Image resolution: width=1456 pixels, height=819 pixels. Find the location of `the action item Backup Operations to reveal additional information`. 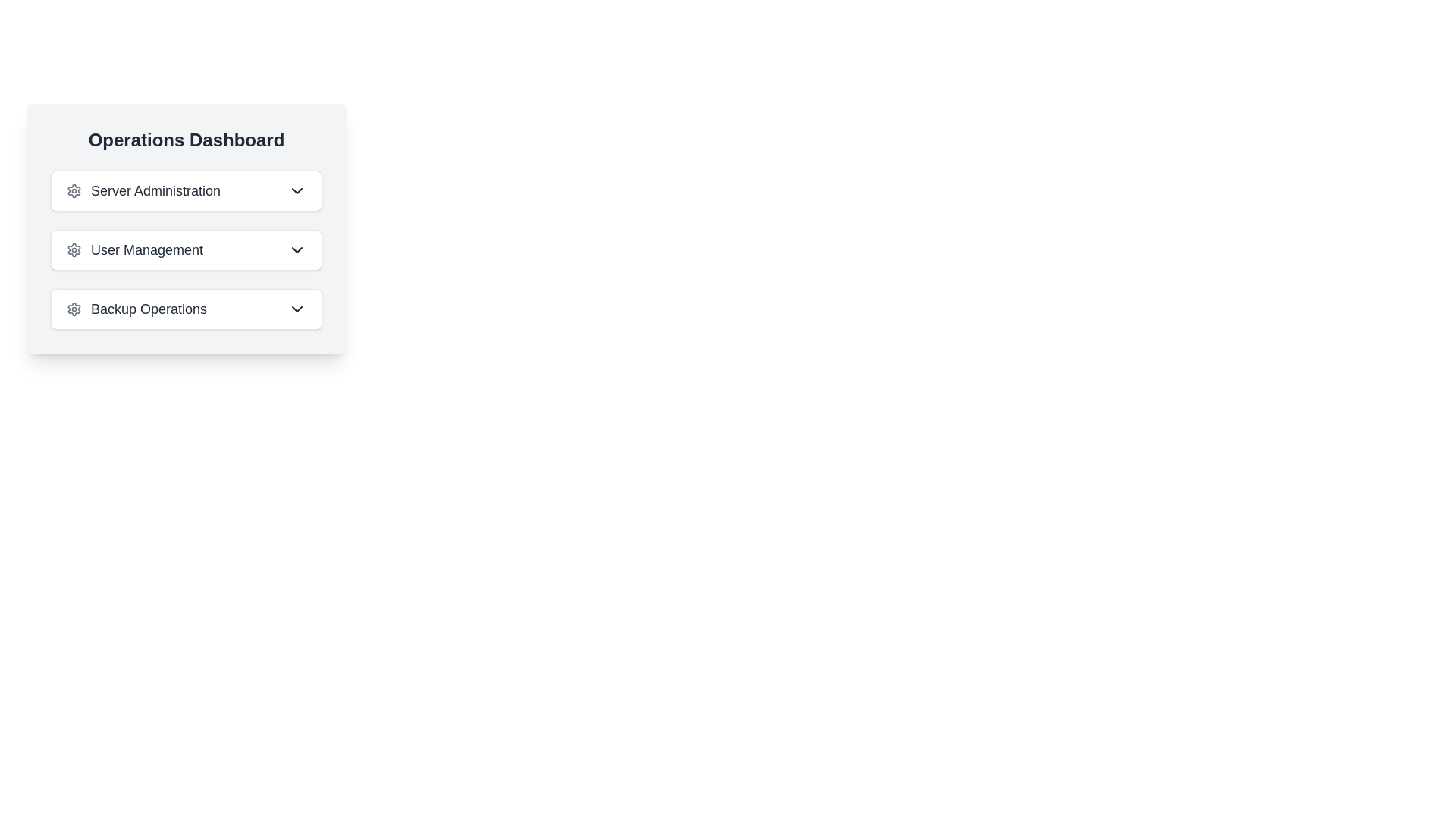

the action item Backup Operations to reveal additional information is located at coordinates (185, 309).